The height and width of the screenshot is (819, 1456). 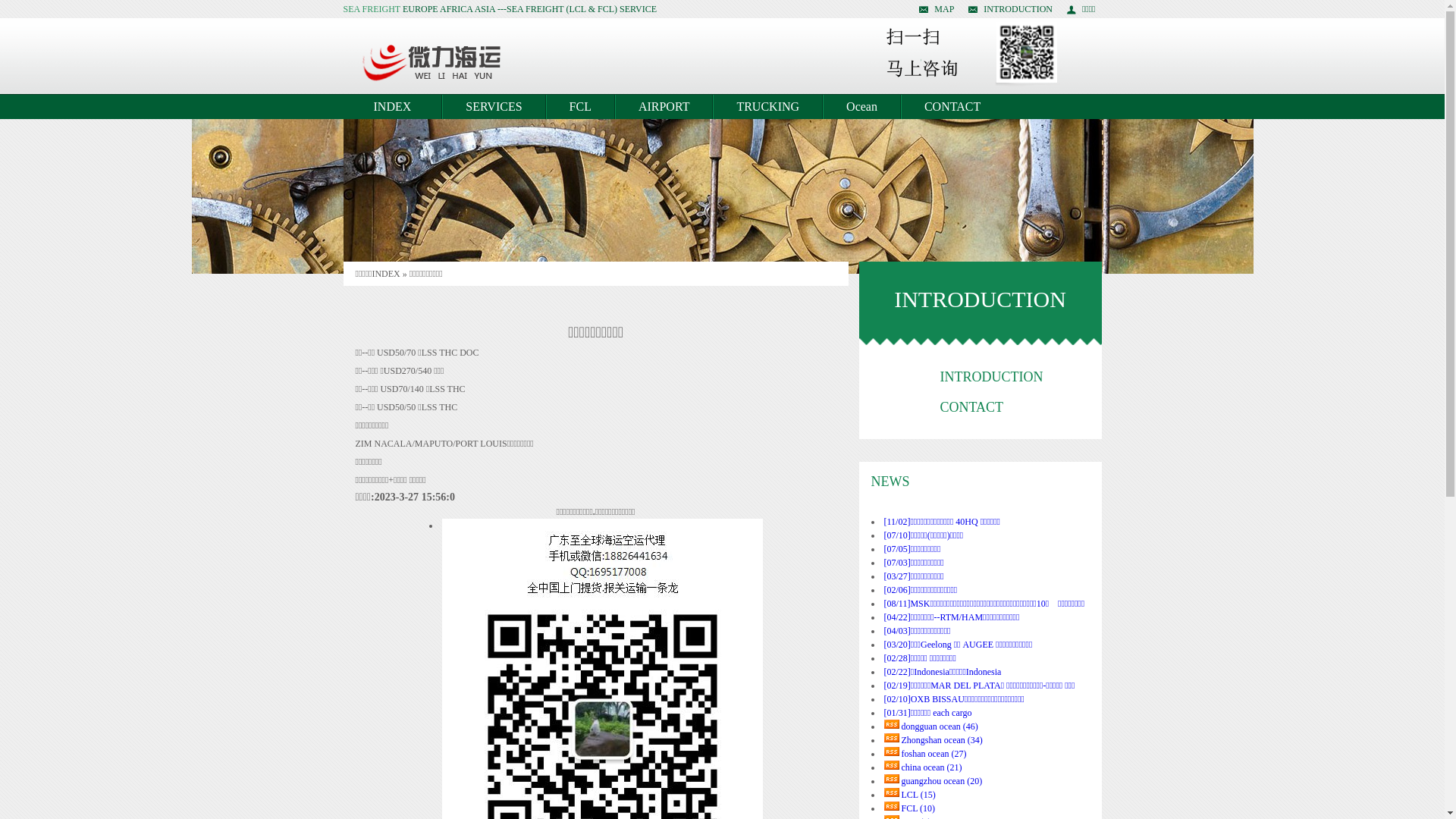 I want to click on 'rss', so click(x=892, y=805).